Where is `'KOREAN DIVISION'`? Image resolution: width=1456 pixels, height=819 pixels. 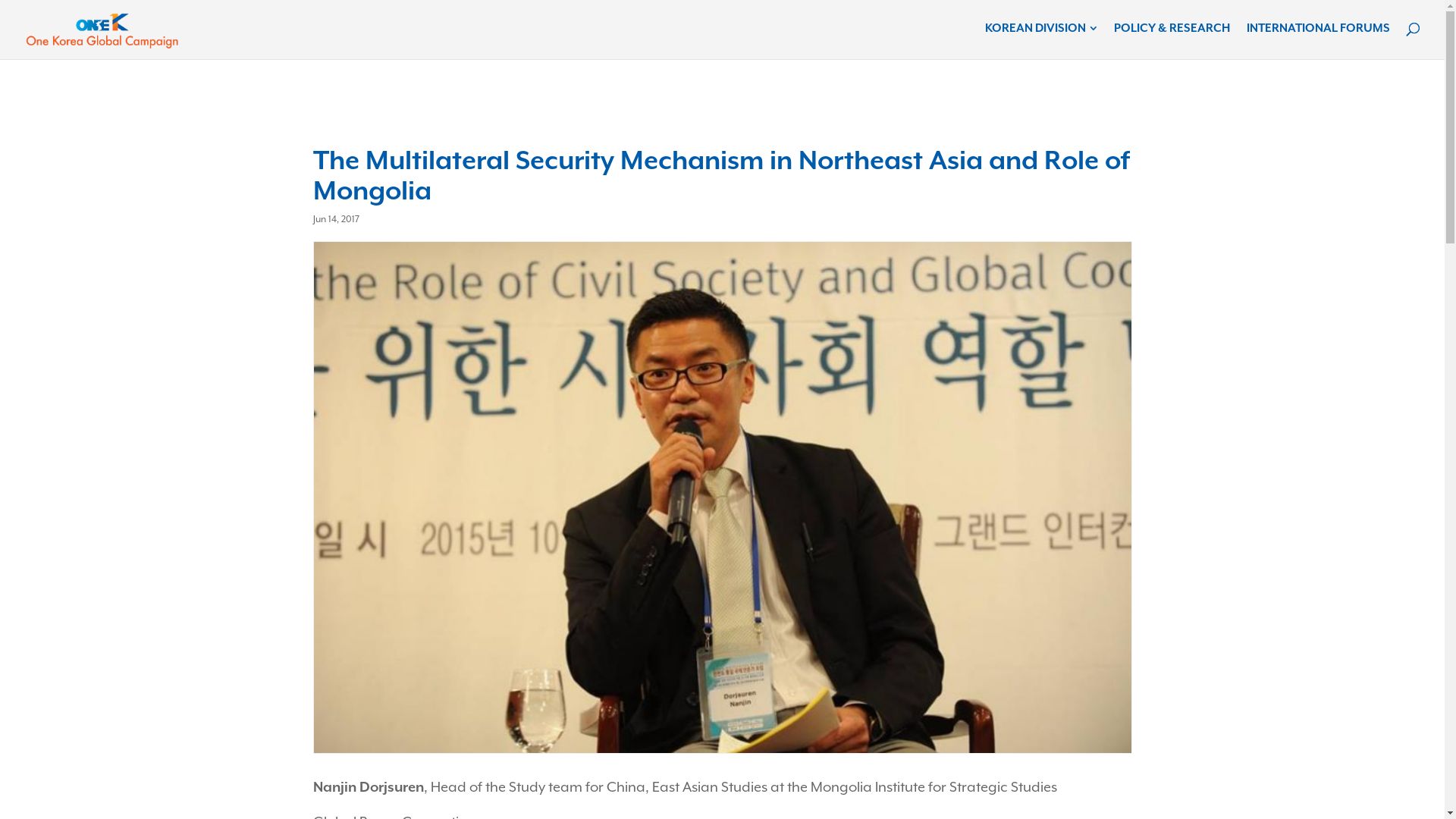 'KOREAN DIVISION' is located at coordinates (1040, 29).